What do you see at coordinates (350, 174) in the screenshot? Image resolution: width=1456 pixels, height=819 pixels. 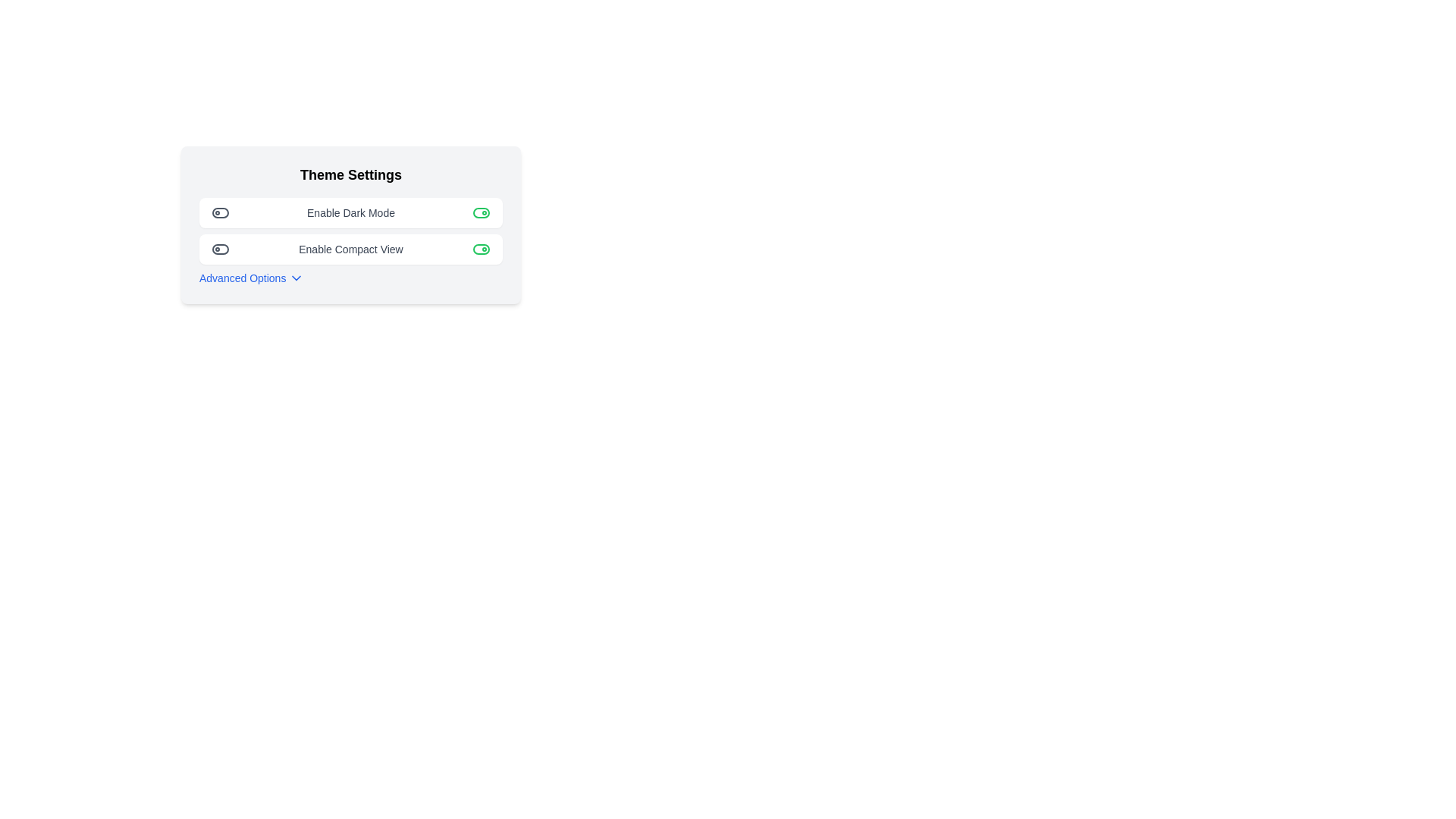 I see `the 'Theme Settings' label at the top of the settings interface, which is styled with bold and larger font size` at bounding box center [350, 174].